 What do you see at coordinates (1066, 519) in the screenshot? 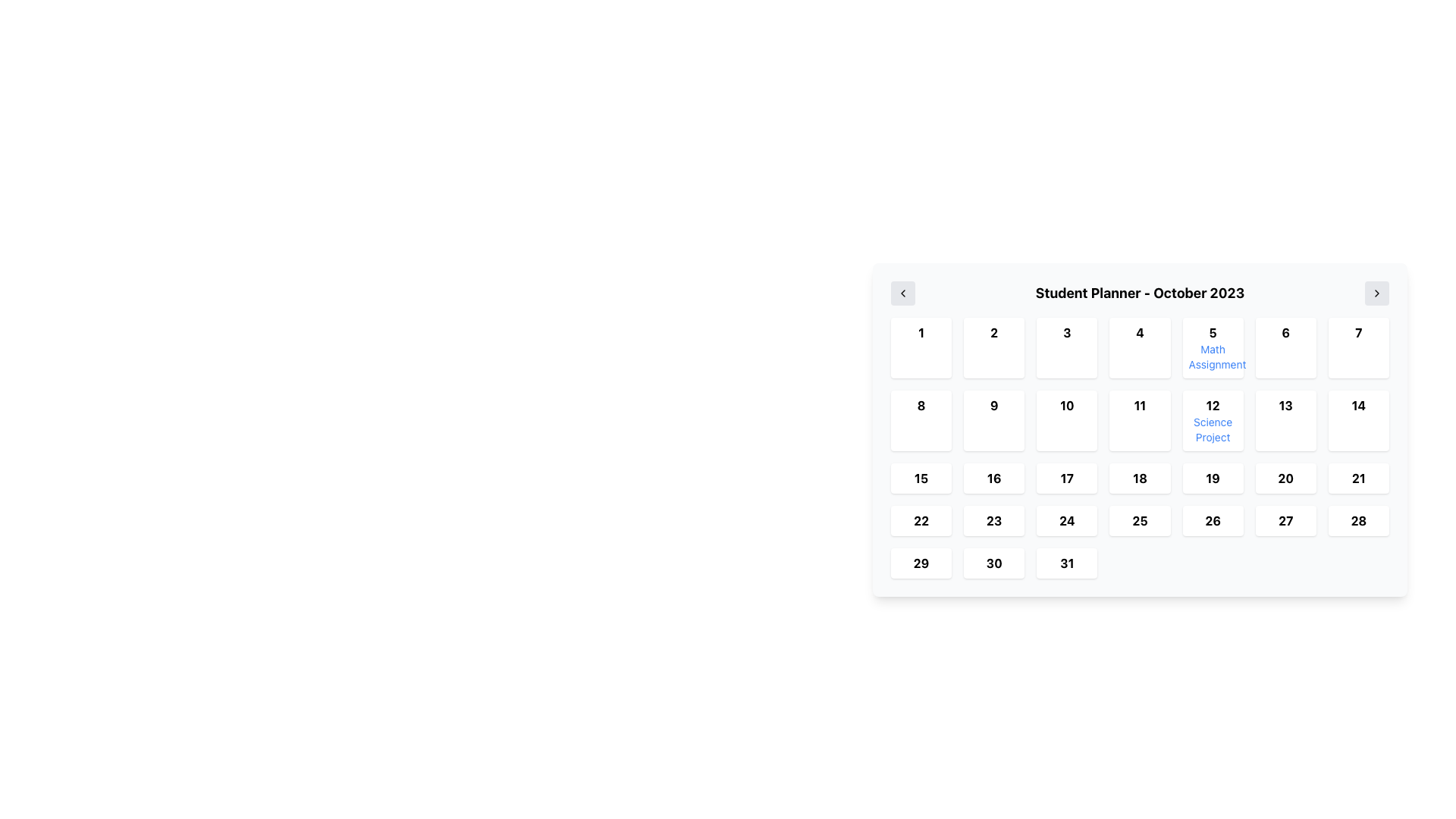
I see `the calendar date button representing the date '24'` at bounding box center [1066, 519].